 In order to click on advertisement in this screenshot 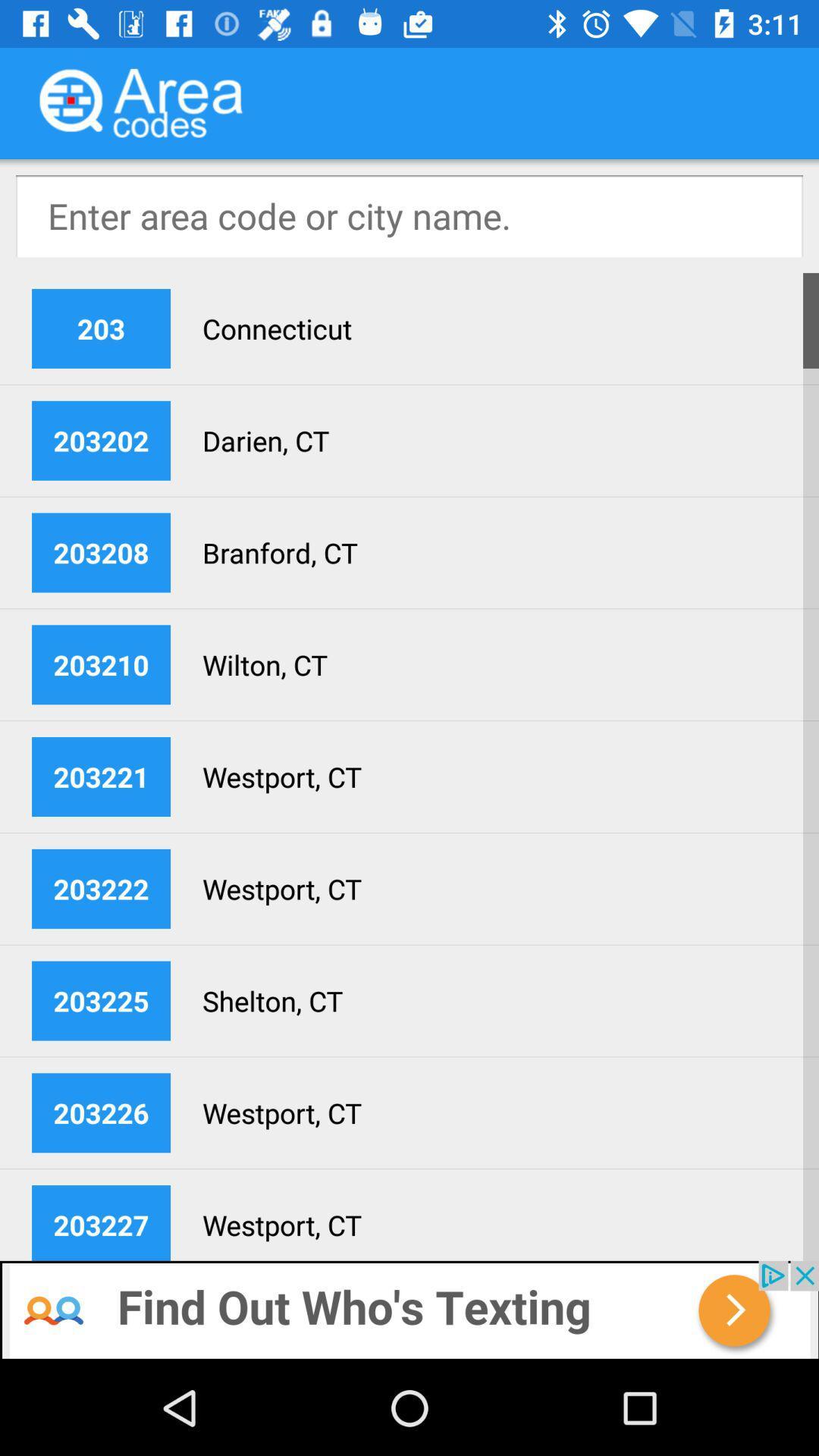, I will do `click(409, 1310)`.